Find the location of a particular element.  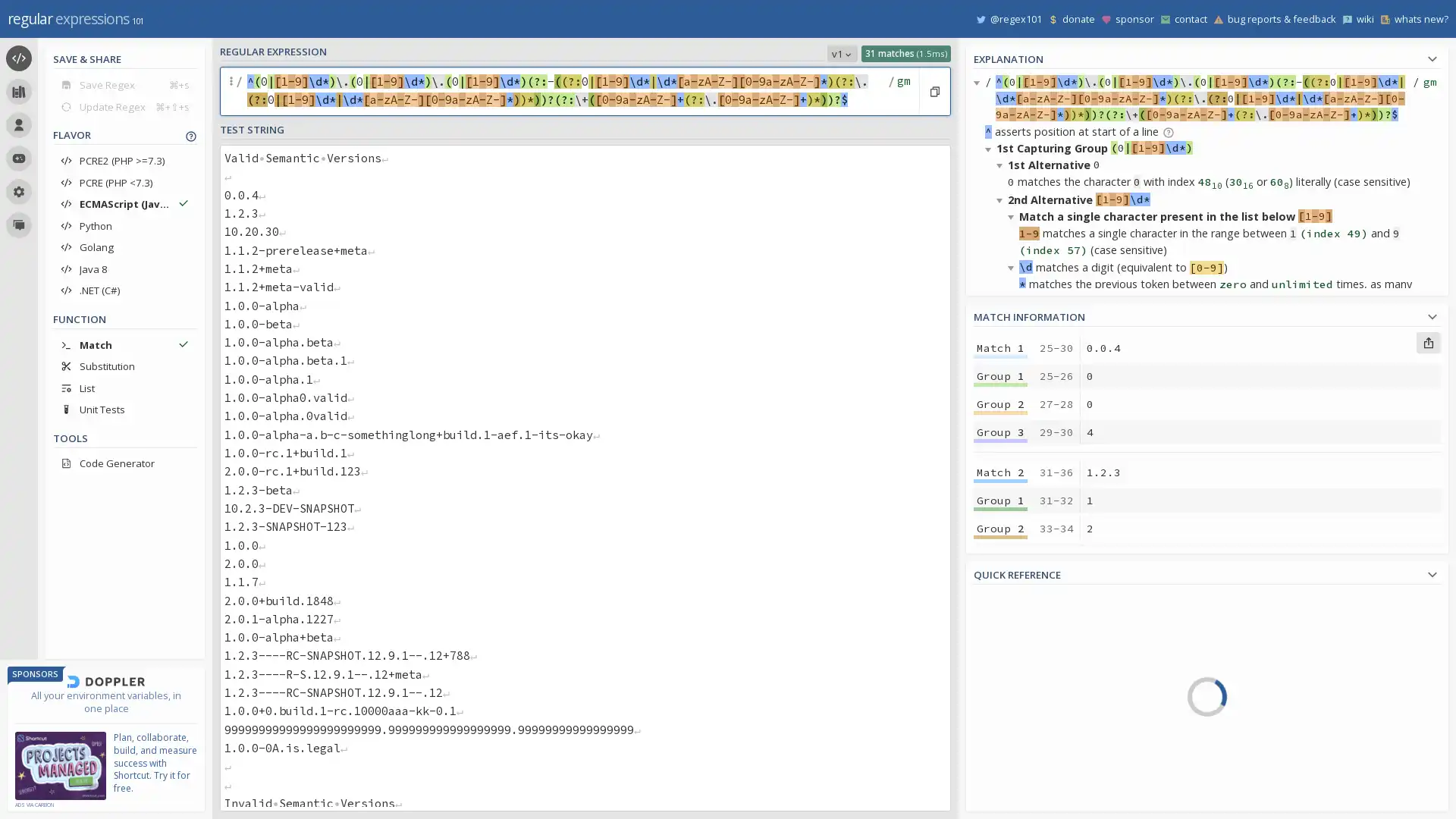

MATCH INFORMATION is located at coordinates (1207, 314).